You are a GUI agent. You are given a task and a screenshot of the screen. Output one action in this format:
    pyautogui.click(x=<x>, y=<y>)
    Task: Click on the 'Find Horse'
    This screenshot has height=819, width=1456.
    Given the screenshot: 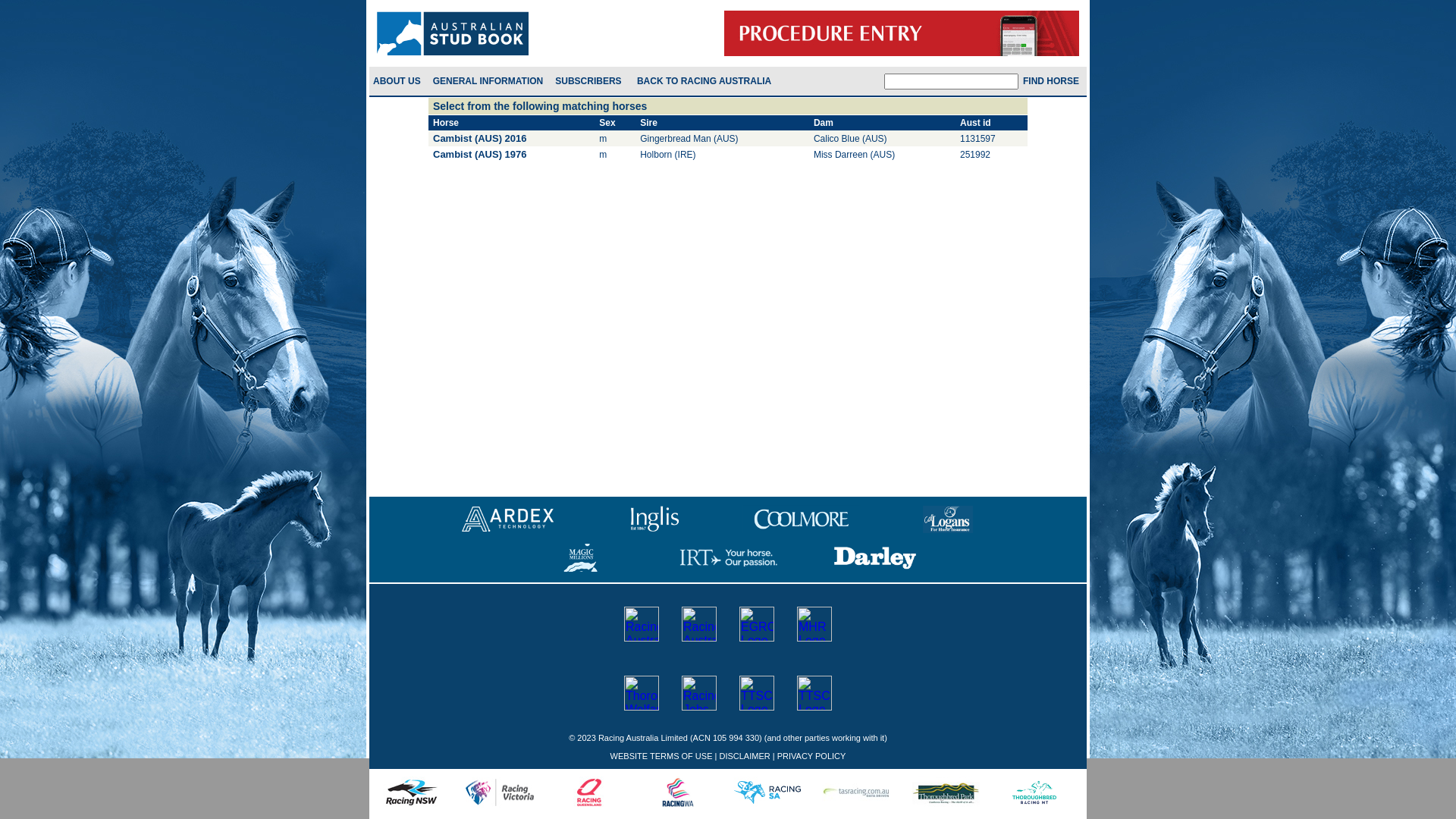 What is the action you would take?
    pyautogui.click(x=1051, y=81)
    